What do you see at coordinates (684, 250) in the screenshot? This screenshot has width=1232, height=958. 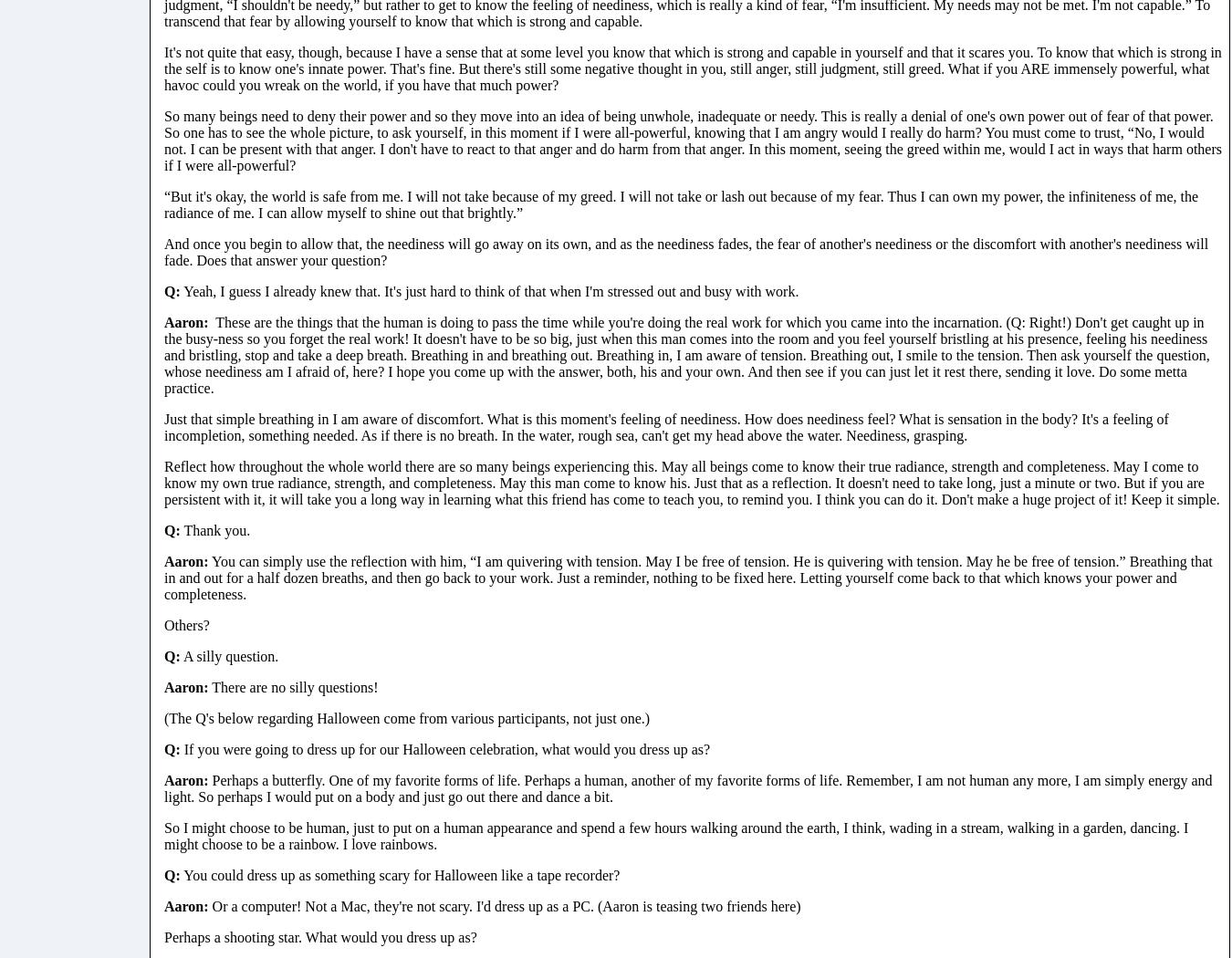 I see `'And once you begin to allow that, the neediness will go away on its own, and as the neediness fades, the fear of another's neediness or the discomfort with another's neediness will fade. Does that answer your question?'` at bounding box center [684, 250].